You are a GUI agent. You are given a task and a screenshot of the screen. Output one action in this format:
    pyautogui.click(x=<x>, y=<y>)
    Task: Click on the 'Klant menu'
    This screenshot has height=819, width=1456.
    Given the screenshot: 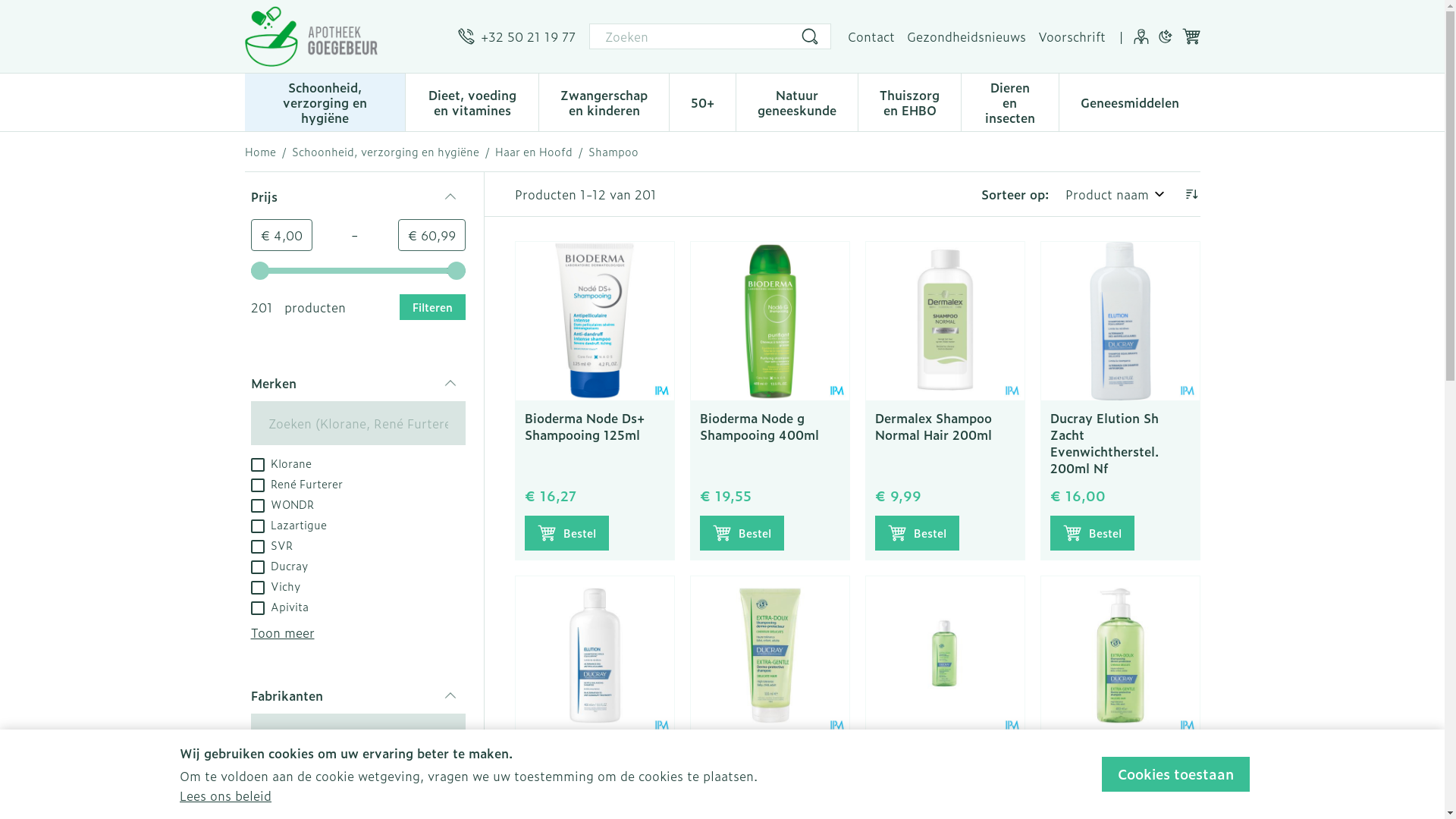 What is the action you would take?
    pyautogui.click(x=1140, y=35)
    